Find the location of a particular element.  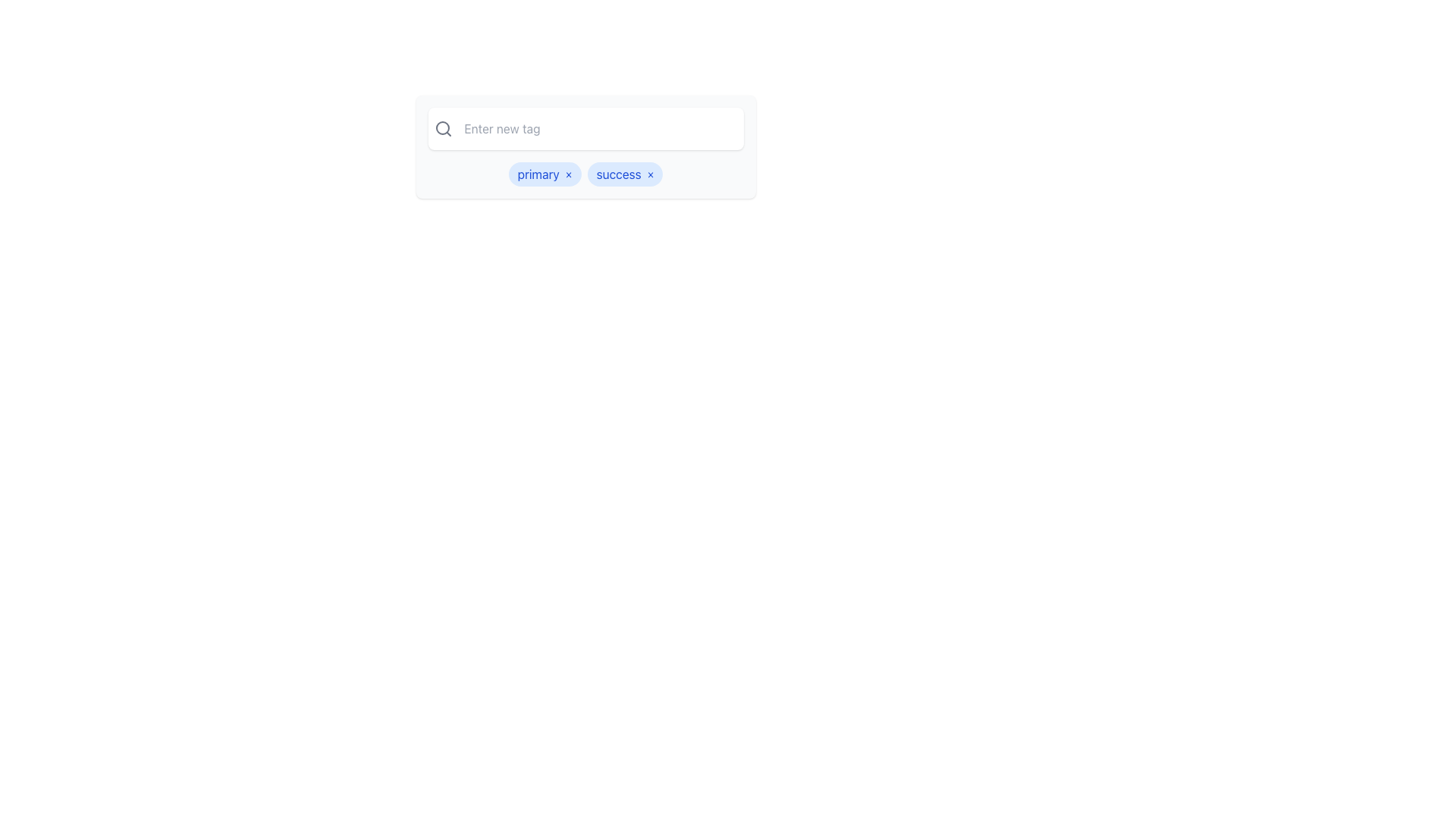

the close icon located at the far-right part of the primary badge is located at coordinates (568, 174).